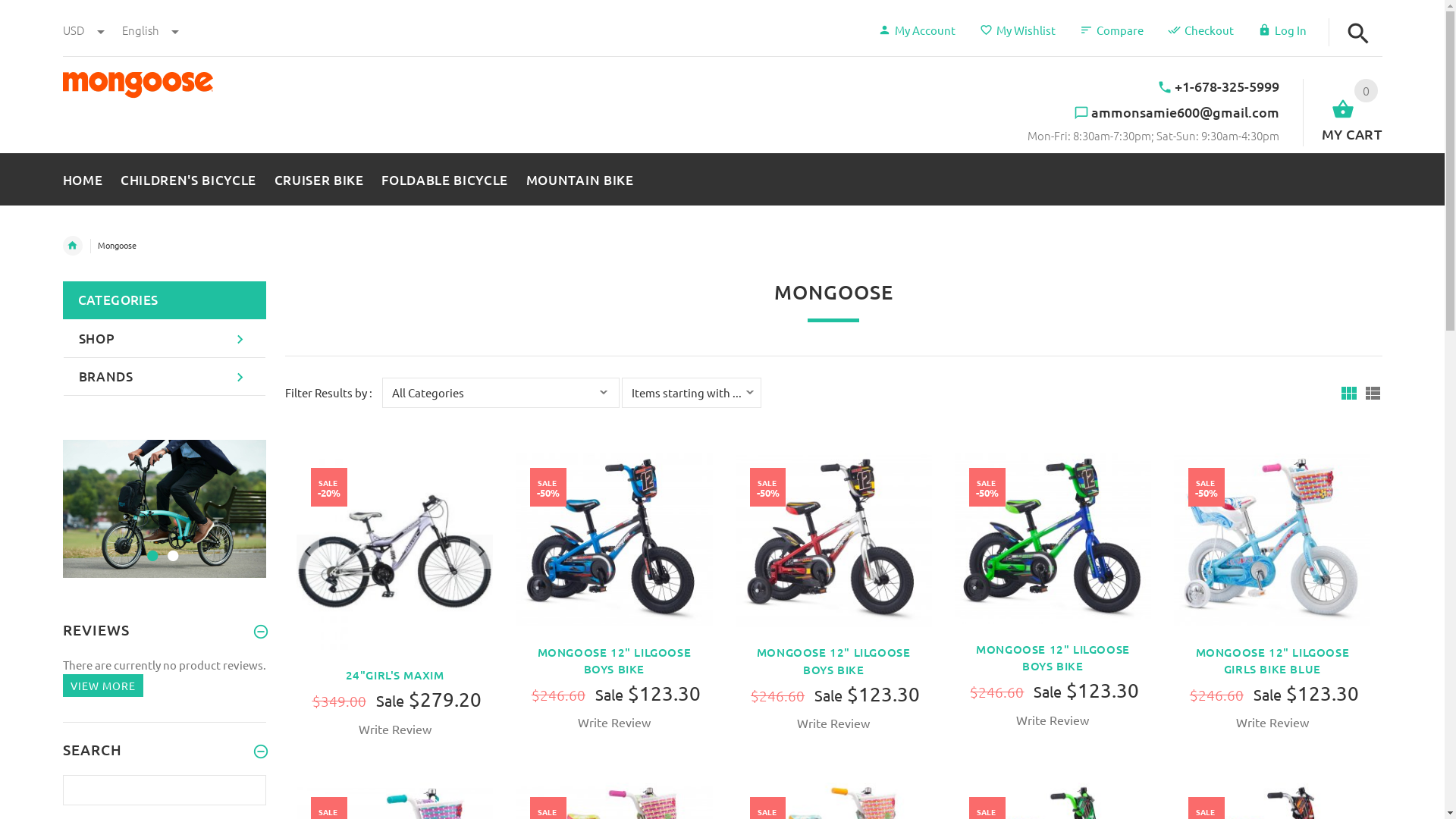  I want to click on ' Write Review ', so click(356, 728).